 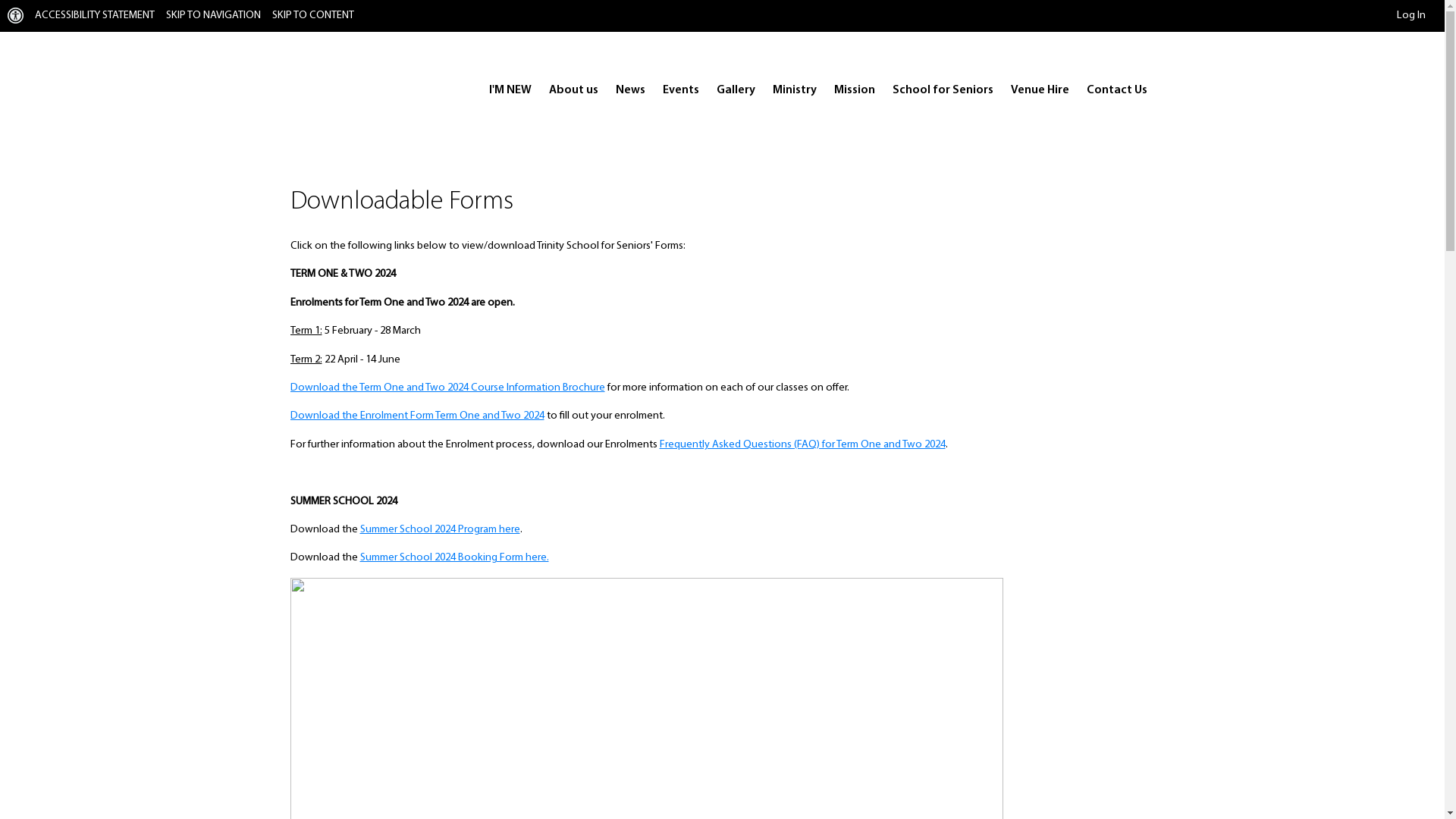 What do you see at coordinates (855, 90) in the screenshot?
I see `'Mission'` at bounding box center [855, 90].